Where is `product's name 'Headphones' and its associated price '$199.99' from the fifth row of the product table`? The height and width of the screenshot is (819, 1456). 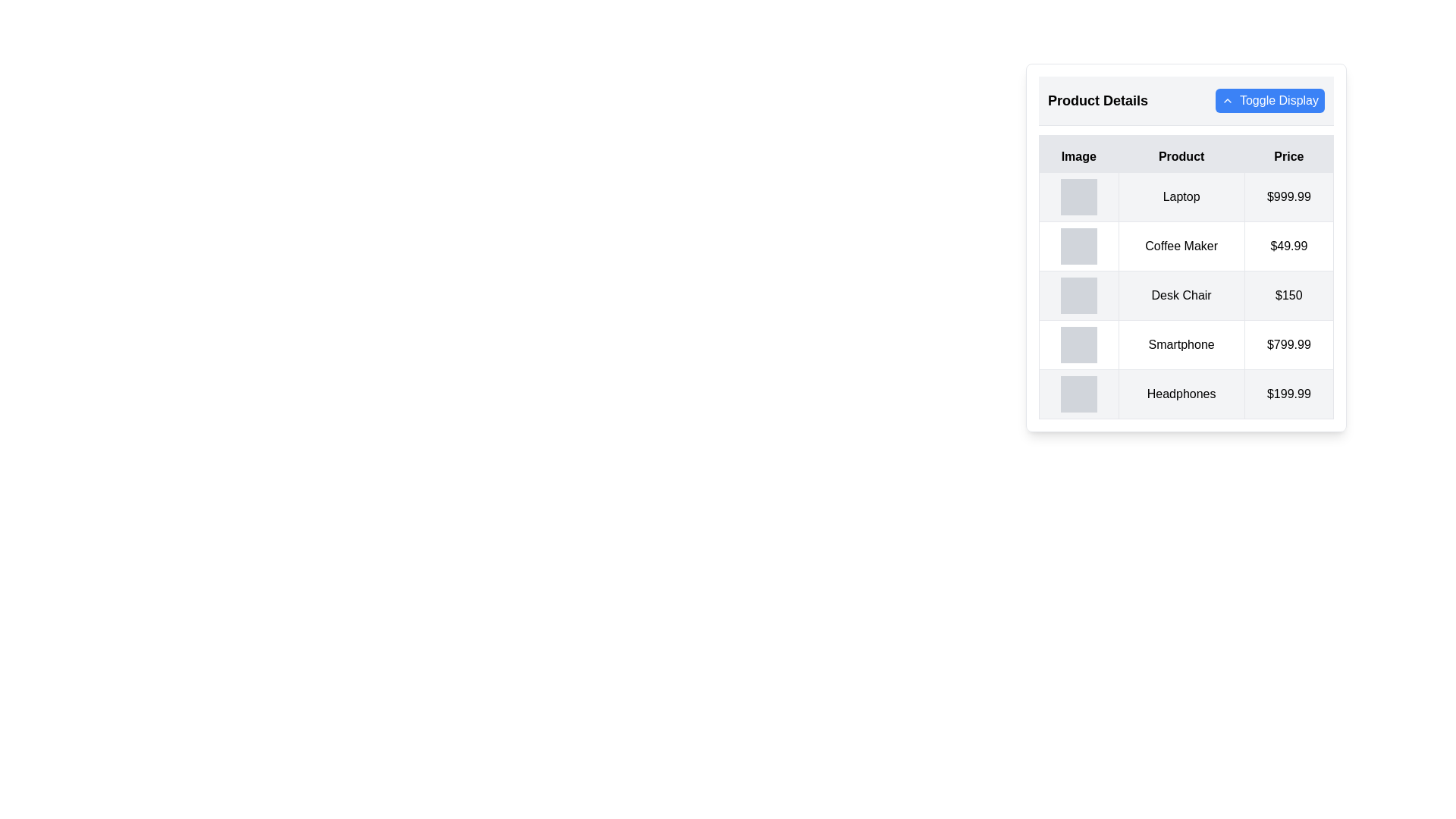
product's name 'Headphones' and its associated price '$199.99' from the fifth row of the product table is located at coordinates (1185, 394).